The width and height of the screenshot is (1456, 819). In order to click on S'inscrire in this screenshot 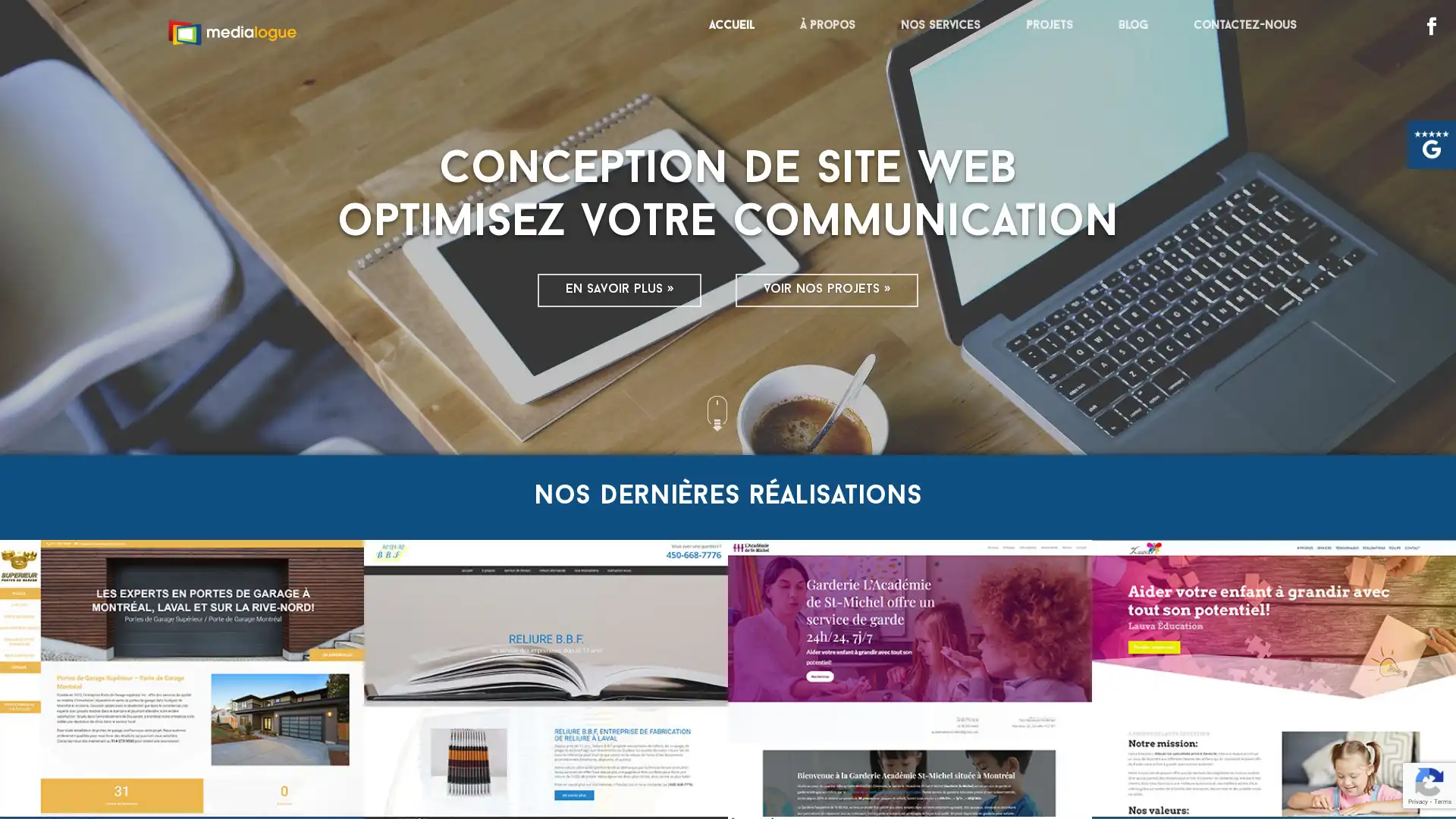, I will do `click(1335, 773)`.